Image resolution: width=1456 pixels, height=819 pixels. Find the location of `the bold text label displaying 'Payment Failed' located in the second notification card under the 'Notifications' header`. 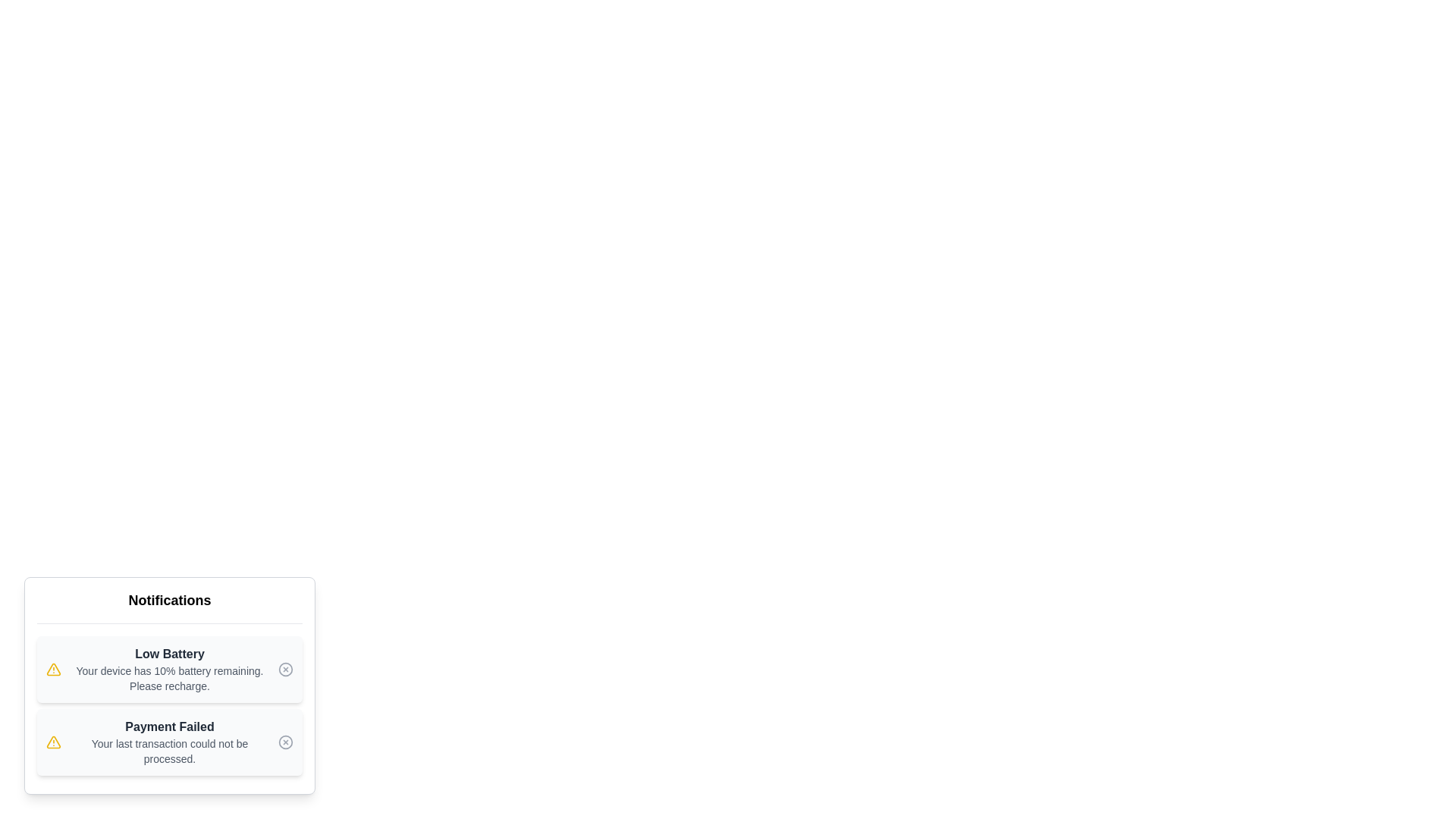

the bold text label displaying 'Payment Failed' located in the second notification card under the 'Notifications' header is located at coordinates (170, 726).